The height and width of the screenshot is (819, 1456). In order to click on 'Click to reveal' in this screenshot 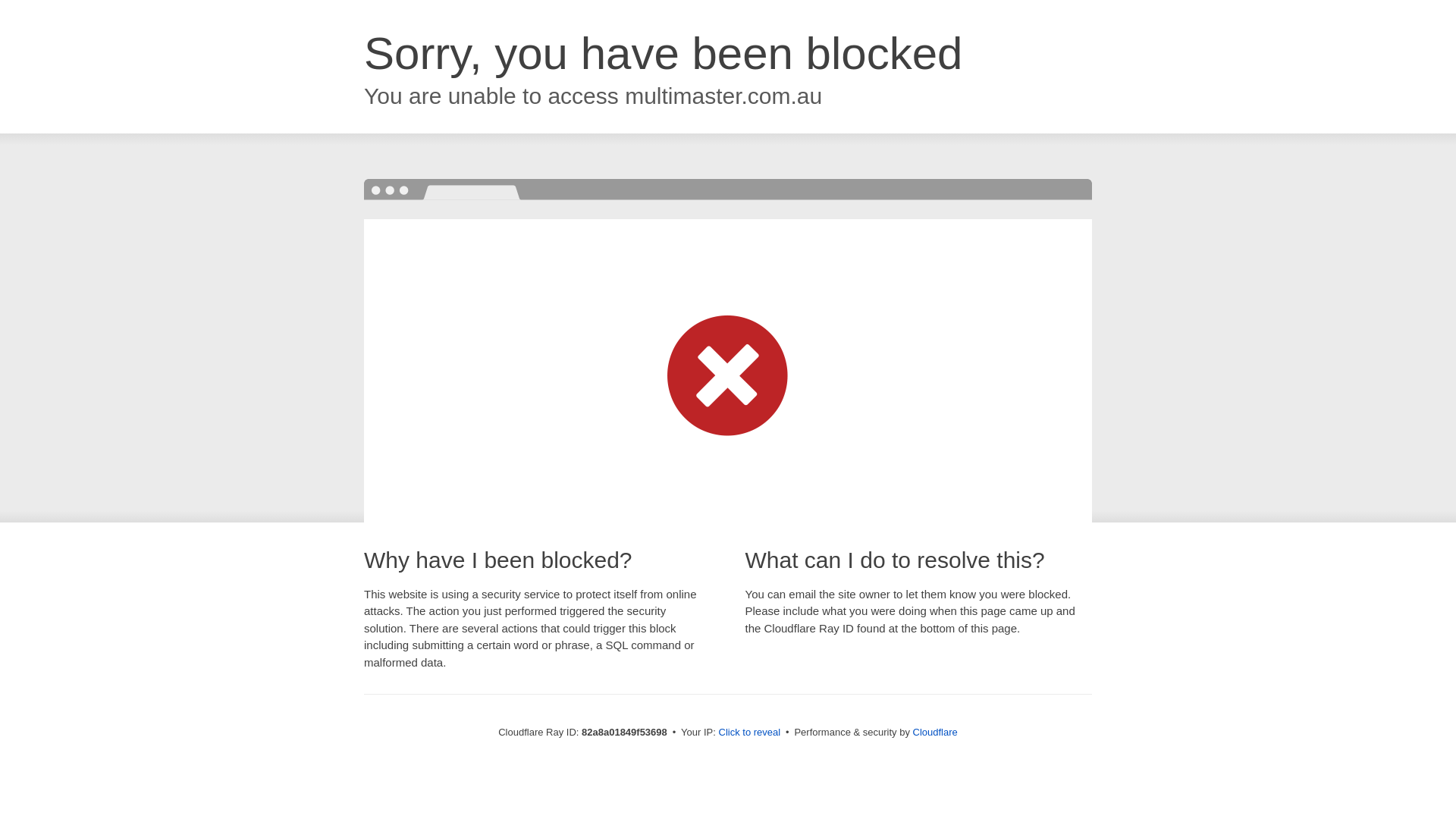, I will do `click(749, 731)`.